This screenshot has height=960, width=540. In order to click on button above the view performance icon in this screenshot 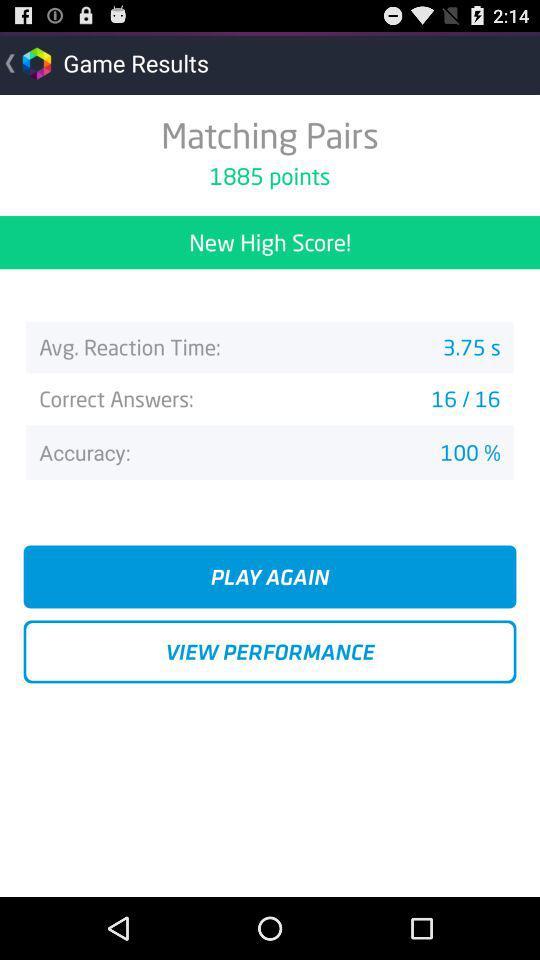, I will do `click(270, 576)`.